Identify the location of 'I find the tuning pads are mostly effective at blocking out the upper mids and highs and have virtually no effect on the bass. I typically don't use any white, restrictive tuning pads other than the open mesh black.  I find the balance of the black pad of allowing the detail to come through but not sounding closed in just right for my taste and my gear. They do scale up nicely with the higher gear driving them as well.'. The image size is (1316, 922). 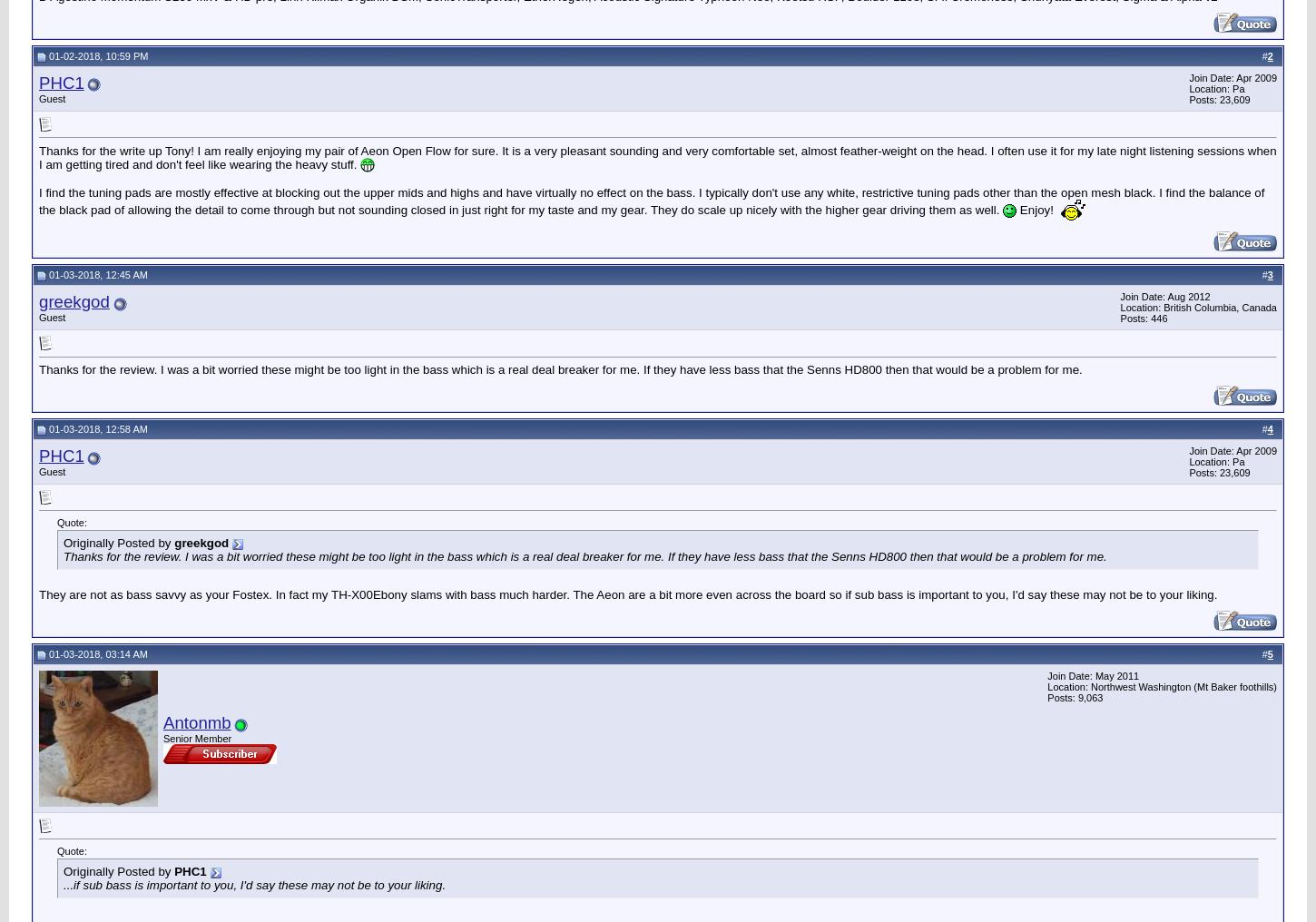
(651, 201).